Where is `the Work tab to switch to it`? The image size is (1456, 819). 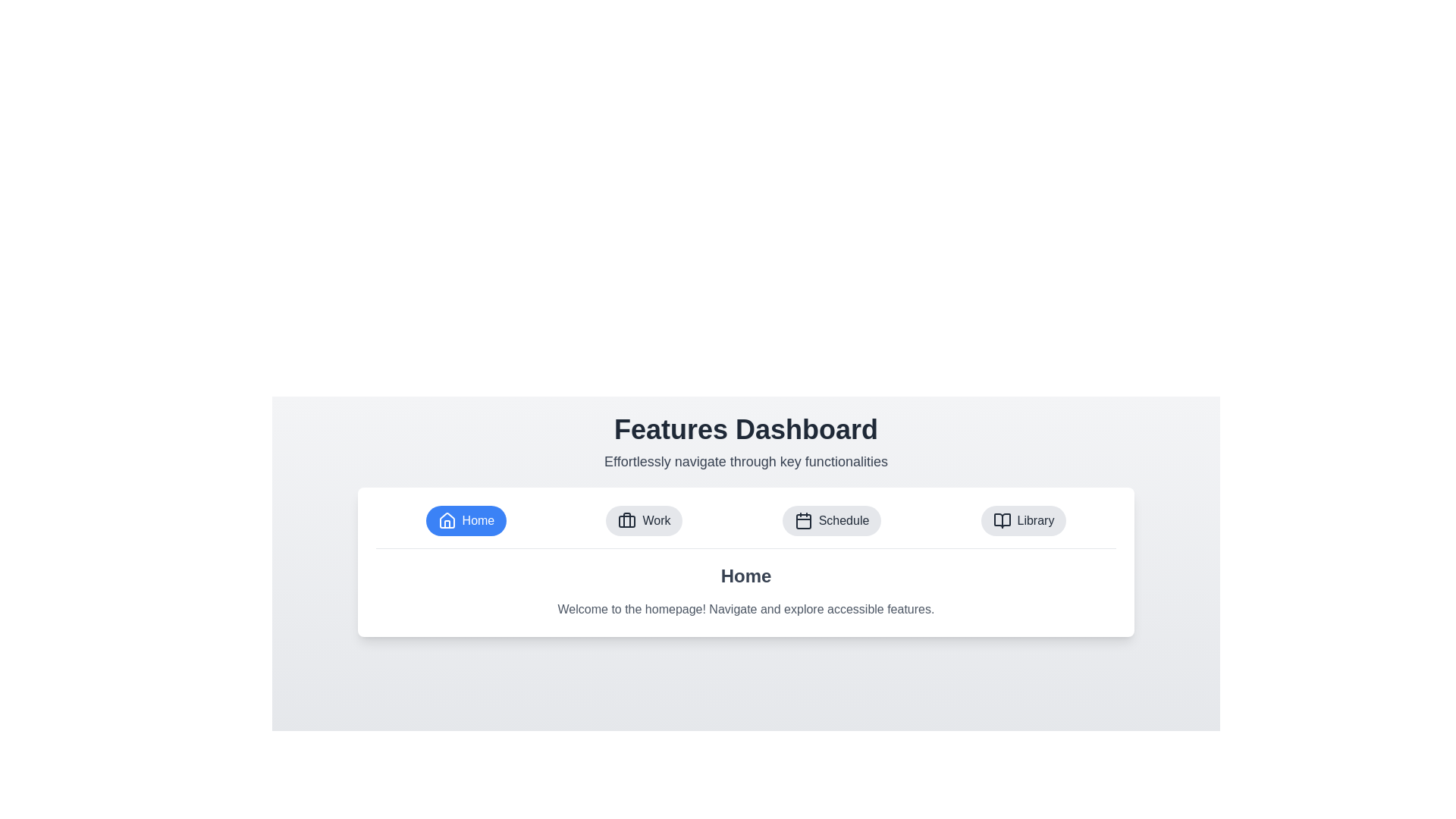
the Work tab to switch to it is located at coordinates (644, 519).